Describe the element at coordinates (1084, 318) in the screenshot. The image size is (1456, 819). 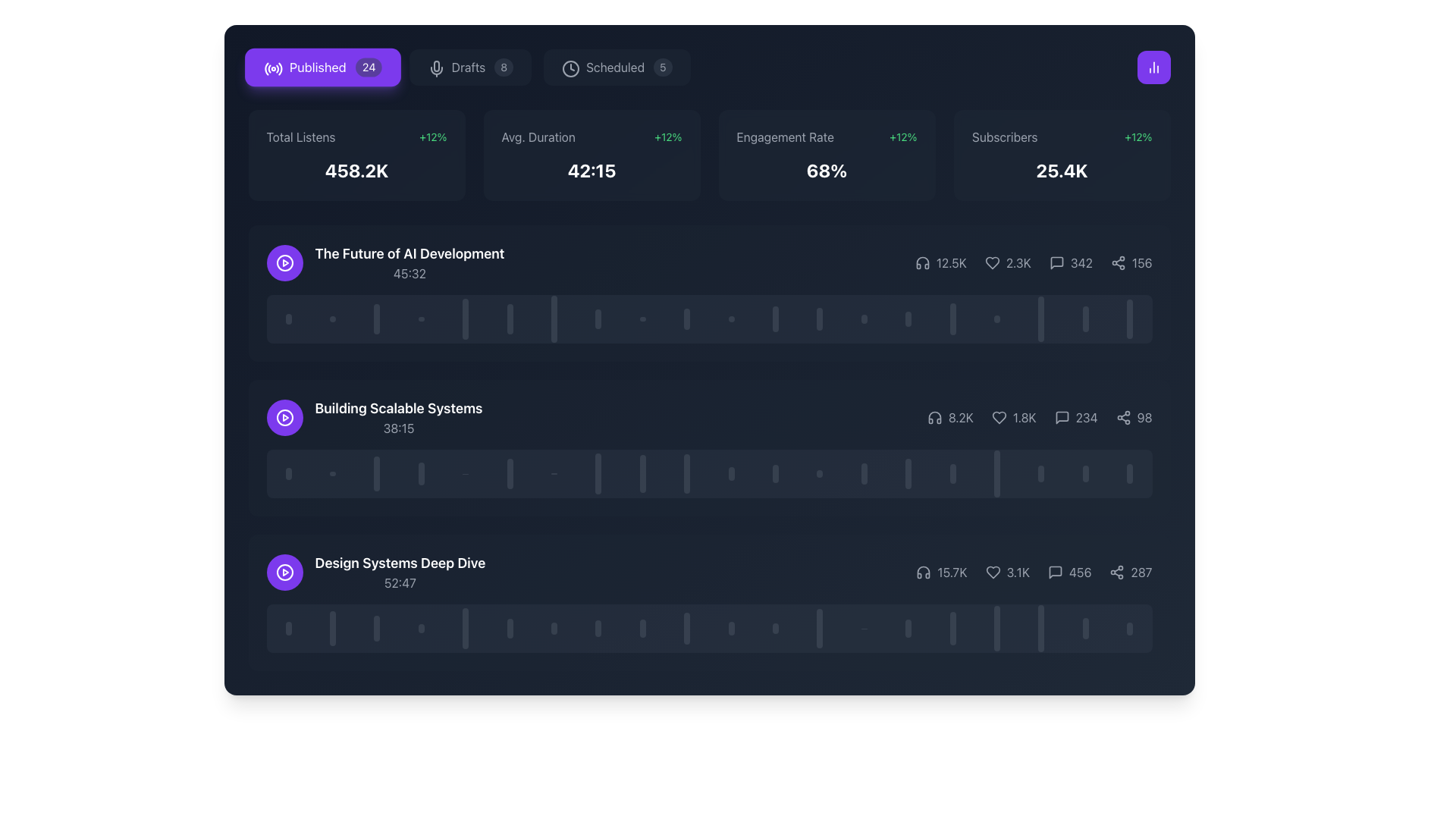
I see `the 19th visual indicator bar in the horizontal grouping located beneath the title 'Building Scalable Systems'` at that location.